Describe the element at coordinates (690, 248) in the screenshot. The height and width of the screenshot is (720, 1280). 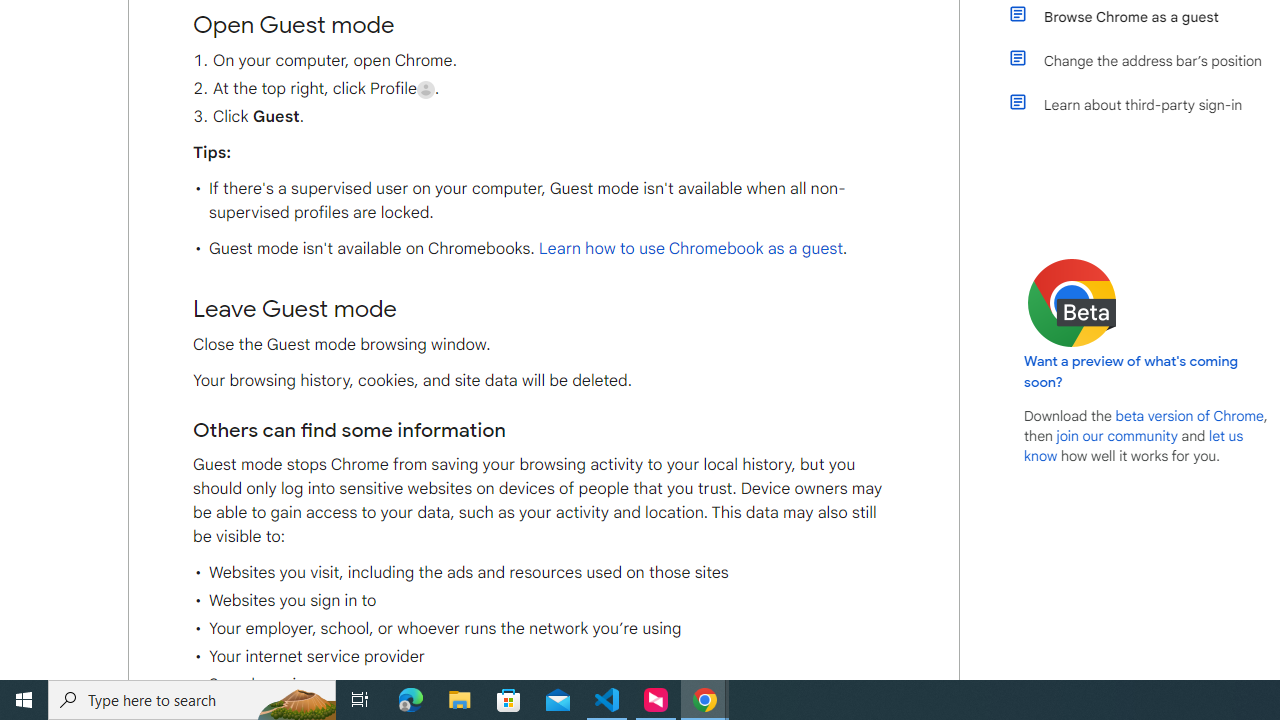
I see `'Learn how to use Chromebook as a guest'` at that location.